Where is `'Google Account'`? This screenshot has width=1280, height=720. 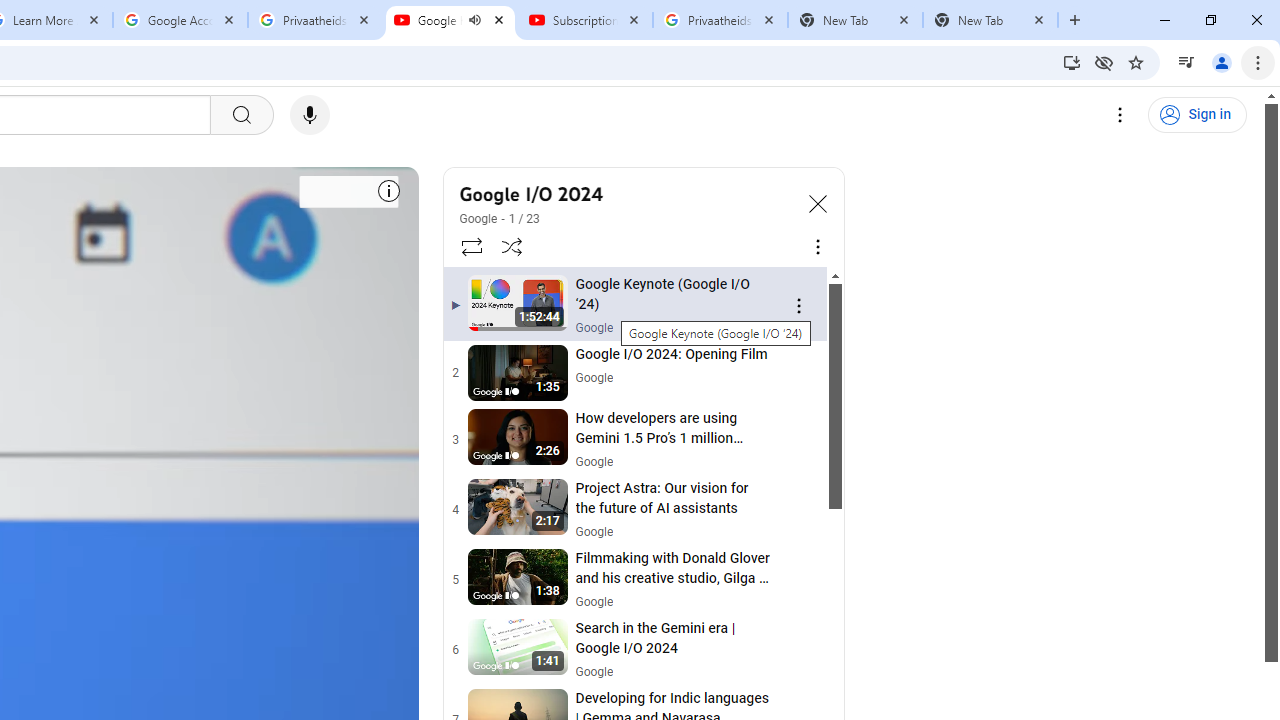
'Google Account' is located at coordinates (180, 20).